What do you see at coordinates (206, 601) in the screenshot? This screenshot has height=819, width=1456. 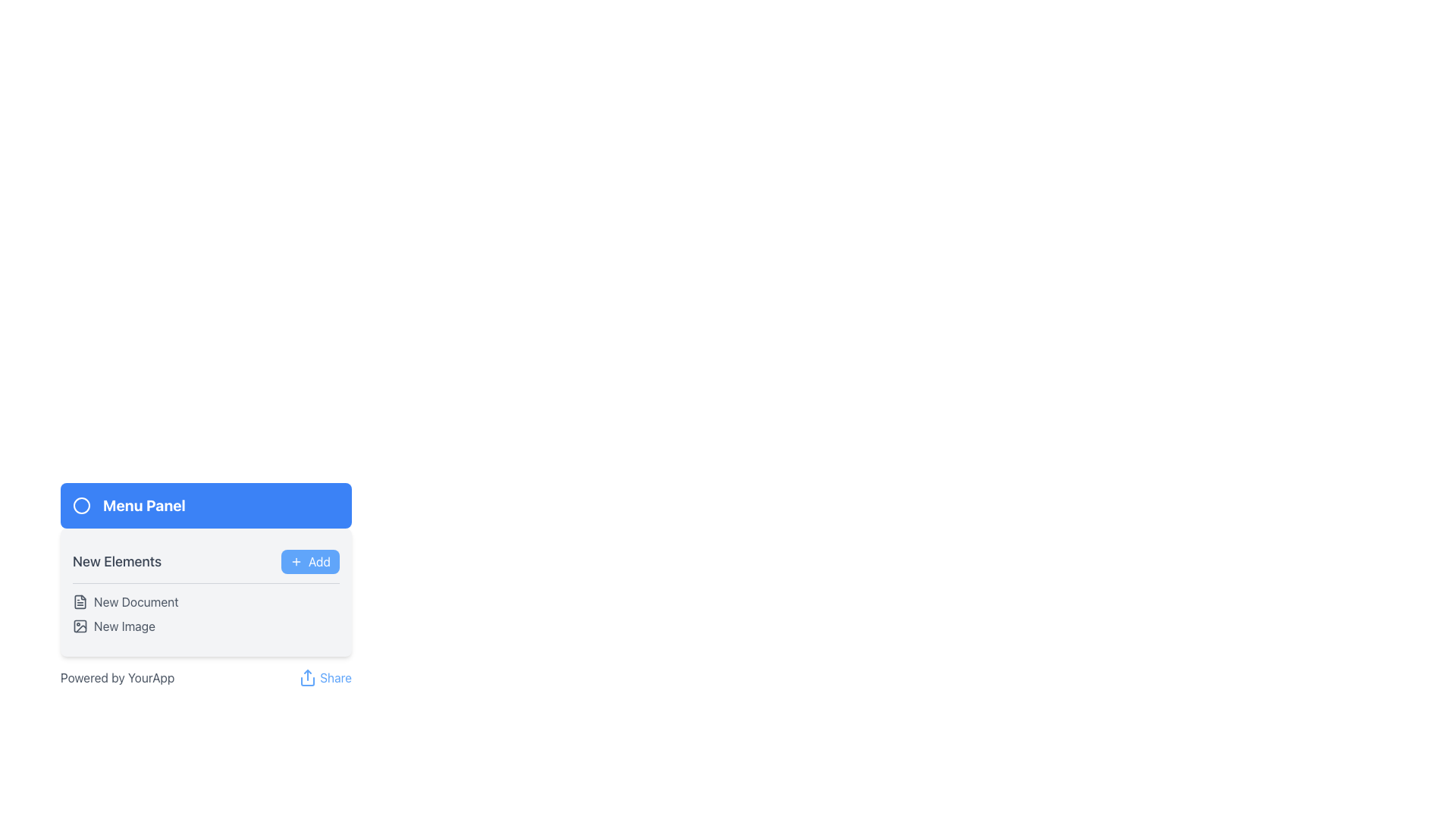 I see `the 'New Document' button, which is the first item in the vertical list under 'New Elements'` at bounding box center [206, 601].